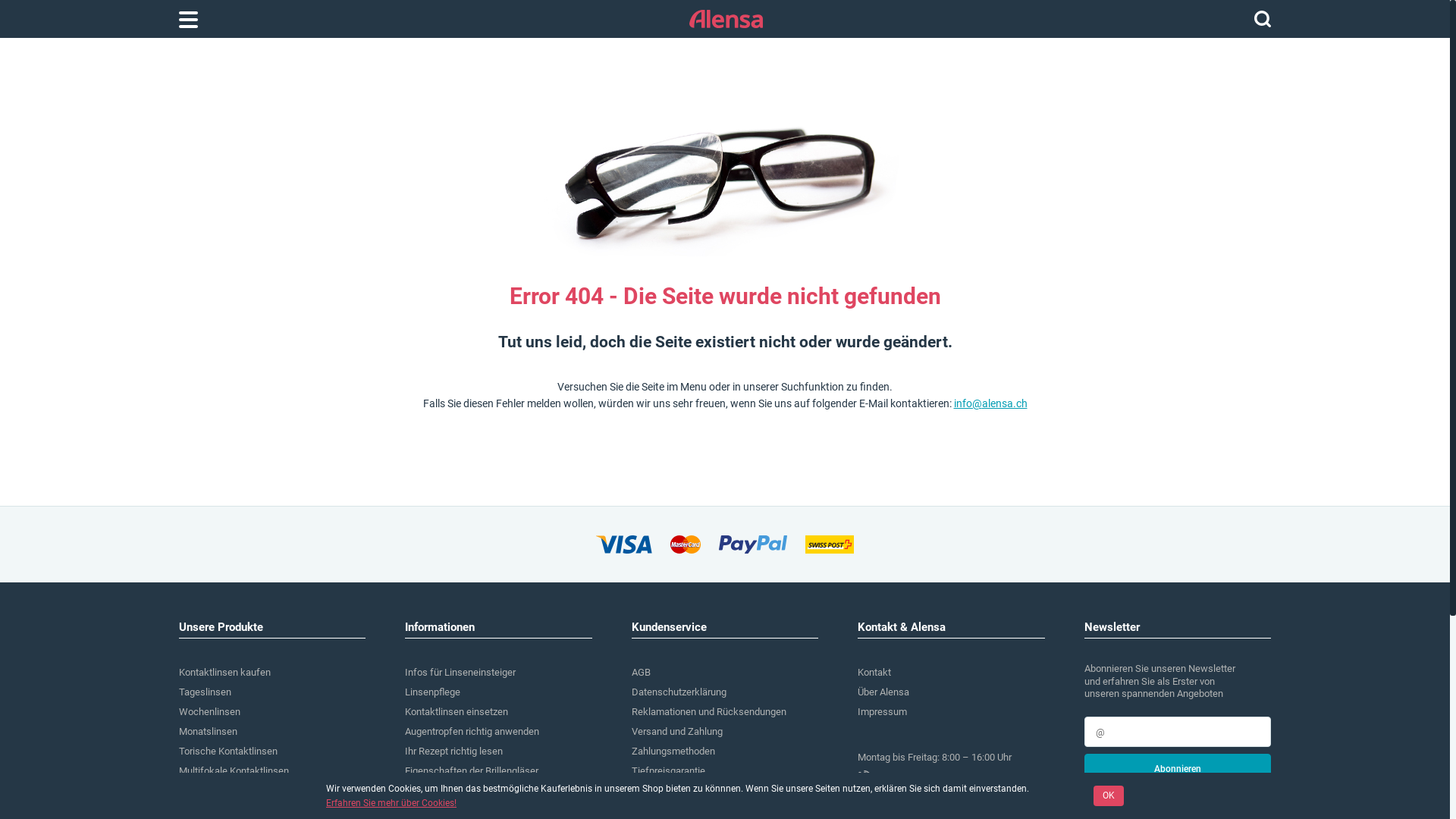 This screenshot has height=819, width=1456. I want to click on 'Augentropfen richtig anwenden', so click(404, 730).